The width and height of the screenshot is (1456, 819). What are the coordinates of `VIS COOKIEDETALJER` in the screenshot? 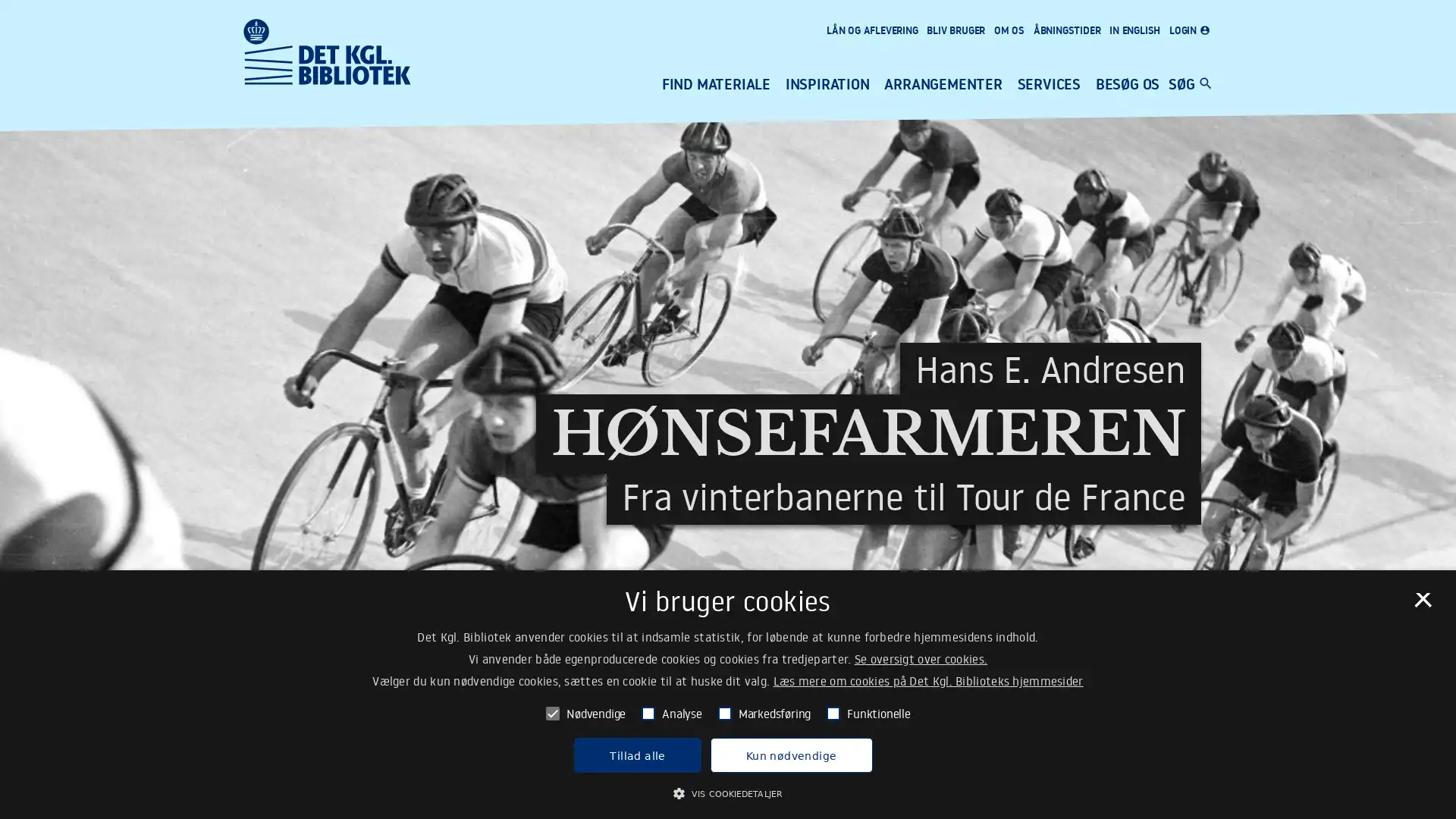 It's located at (726, 792).